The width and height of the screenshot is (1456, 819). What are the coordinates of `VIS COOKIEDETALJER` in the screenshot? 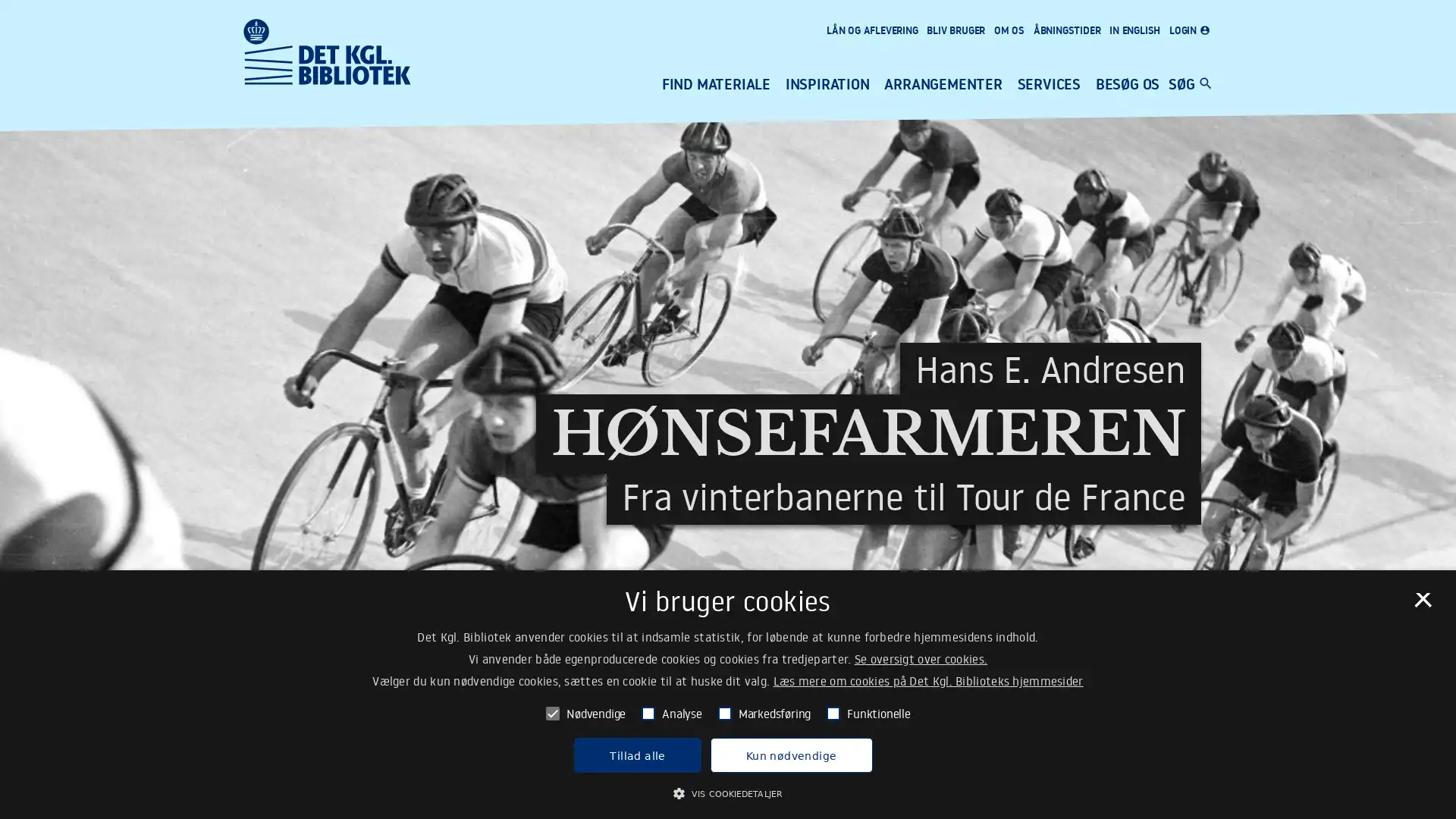 It's located at (726, 792).